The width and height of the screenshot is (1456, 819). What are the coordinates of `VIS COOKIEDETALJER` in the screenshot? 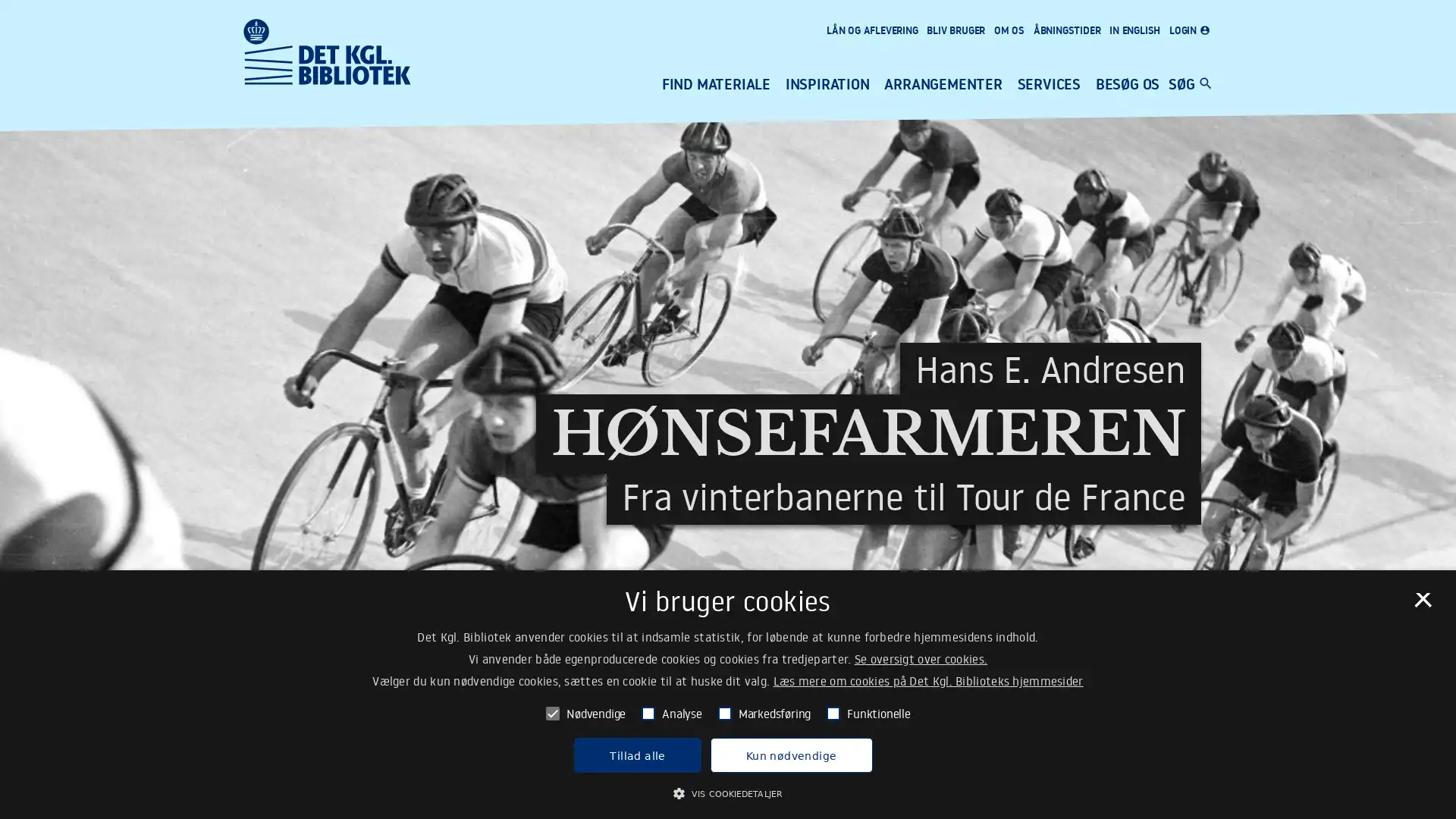 It's located at (726, 792).